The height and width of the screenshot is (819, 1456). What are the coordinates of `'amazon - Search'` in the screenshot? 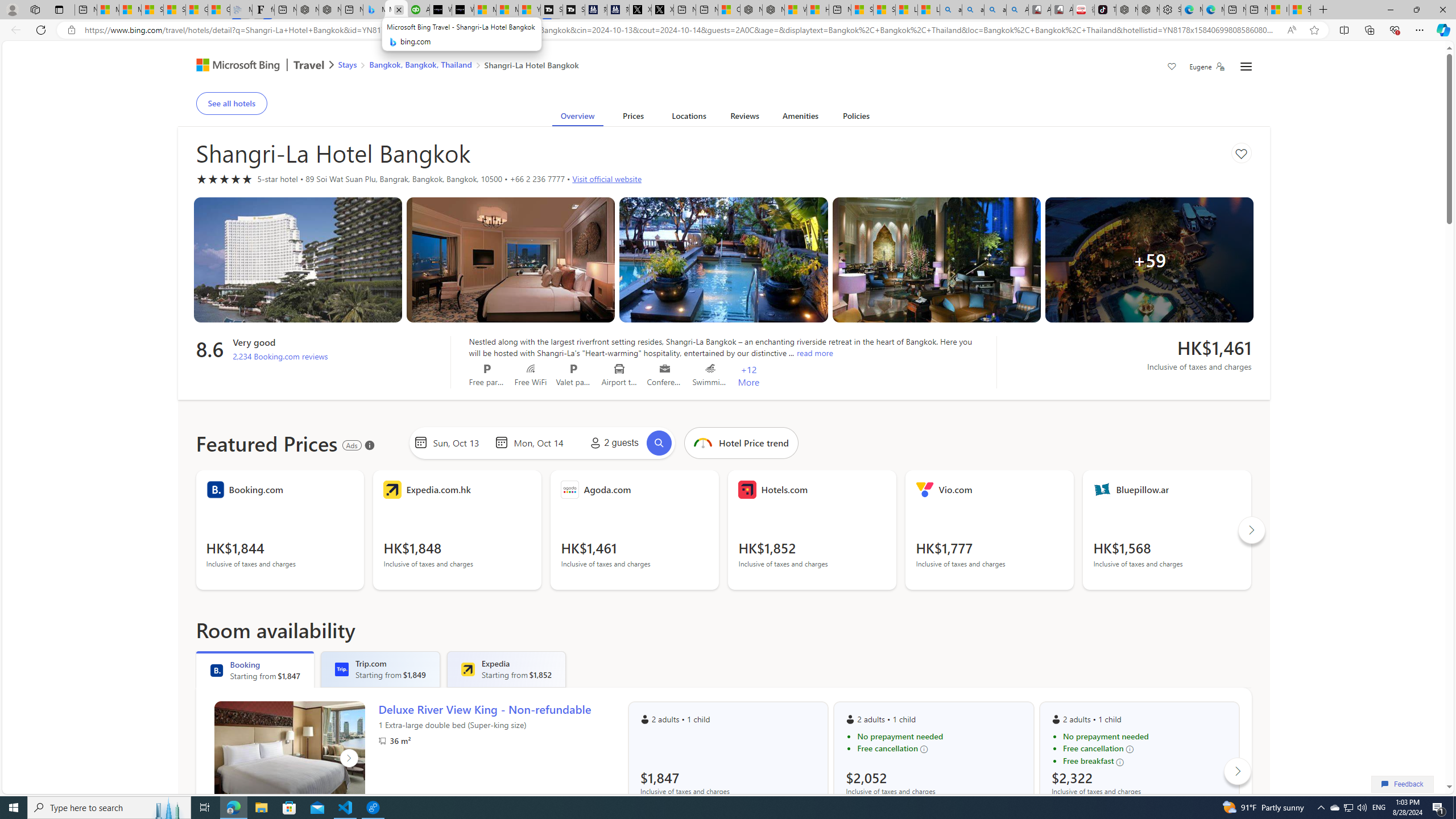 It's located at (972, 9).